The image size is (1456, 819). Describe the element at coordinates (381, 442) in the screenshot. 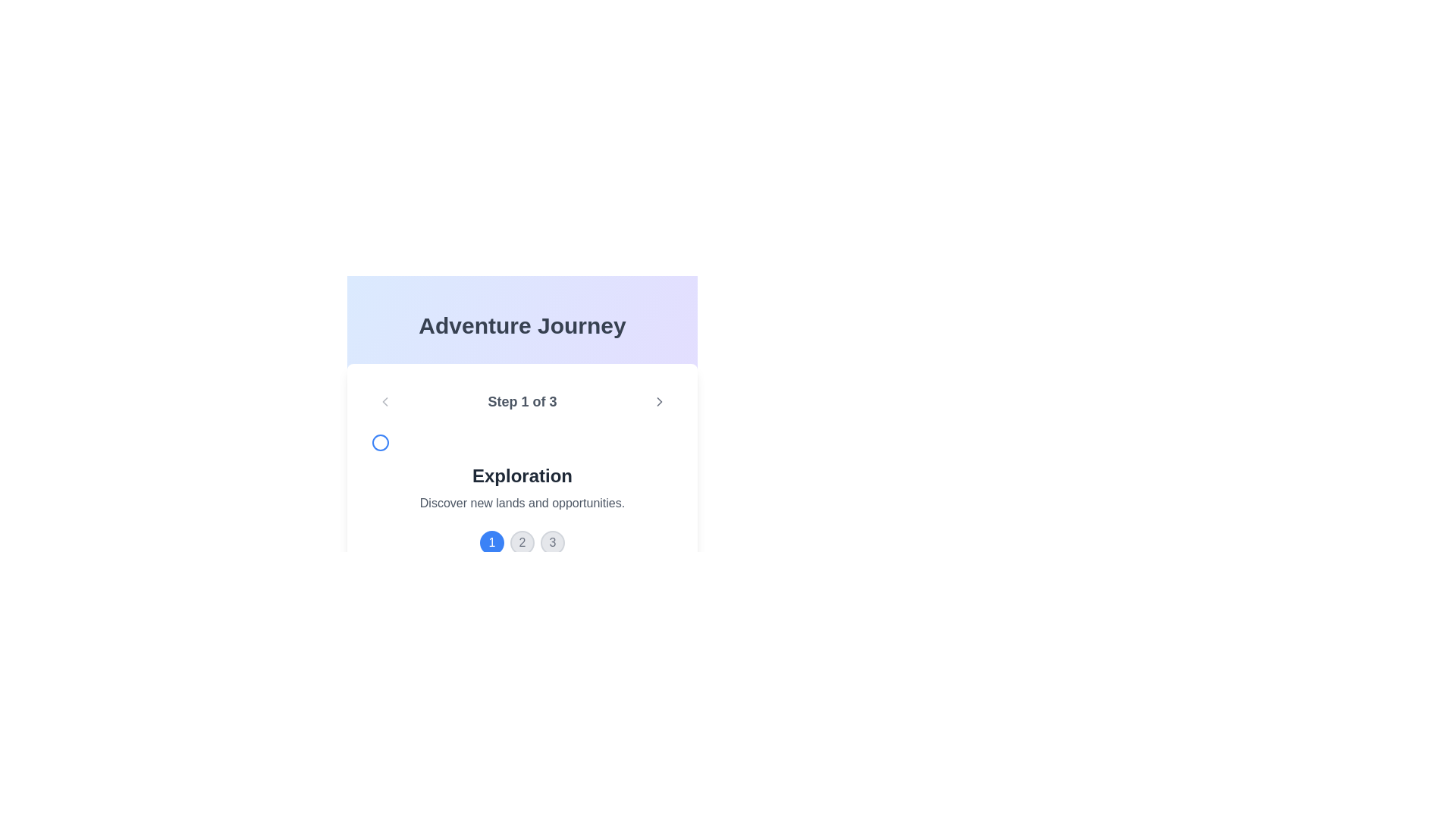

I see `the circular icon with a blue outline and white fill, located to the left of the text 'Step 1 of 3' in the stepper interface` at that location.